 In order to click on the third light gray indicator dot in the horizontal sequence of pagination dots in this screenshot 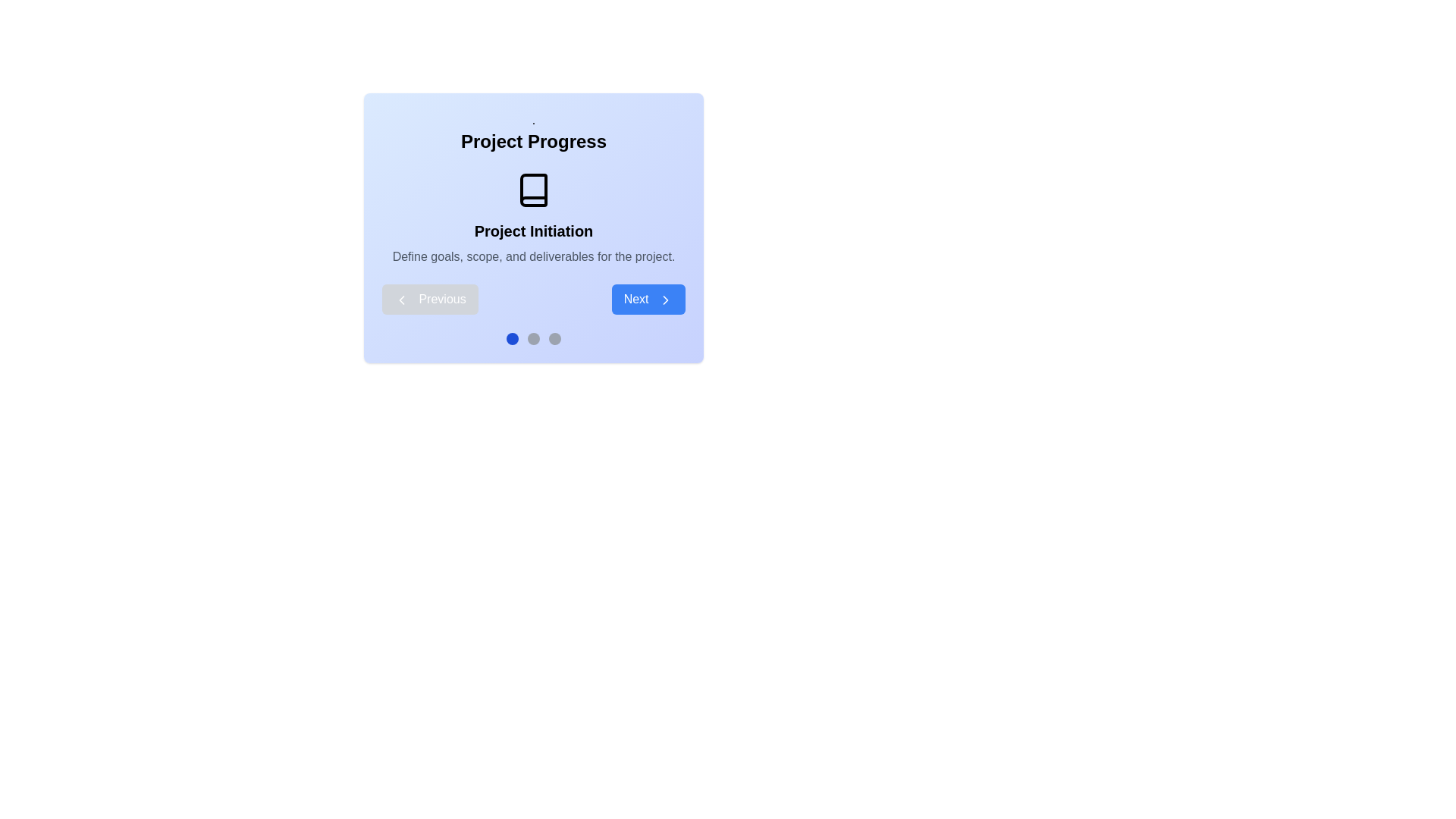, I will do `click(554, 338)`.